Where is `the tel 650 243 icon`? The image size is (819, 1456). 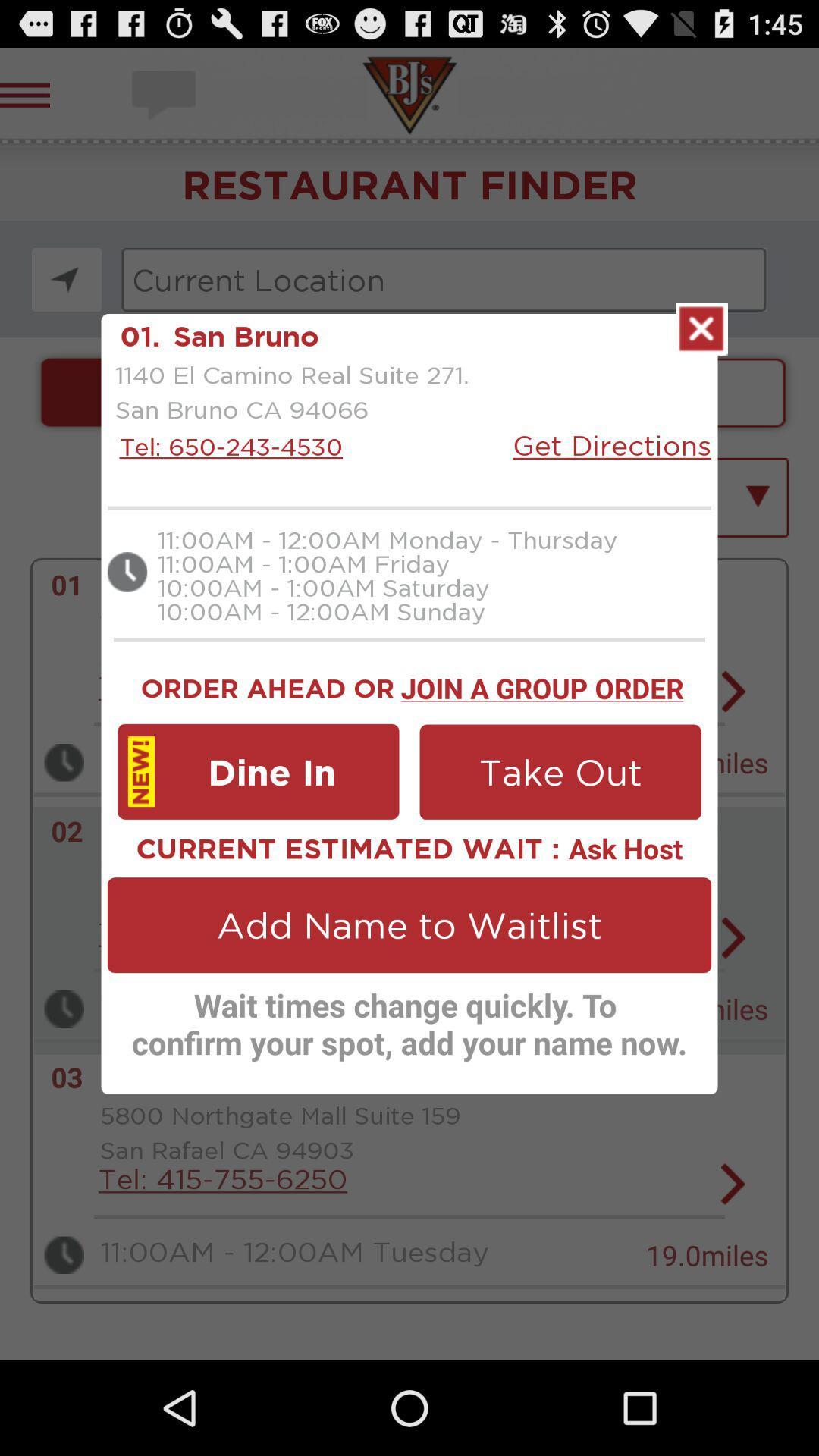
the tel 650 243 icon is located at coordinates (227, 446).